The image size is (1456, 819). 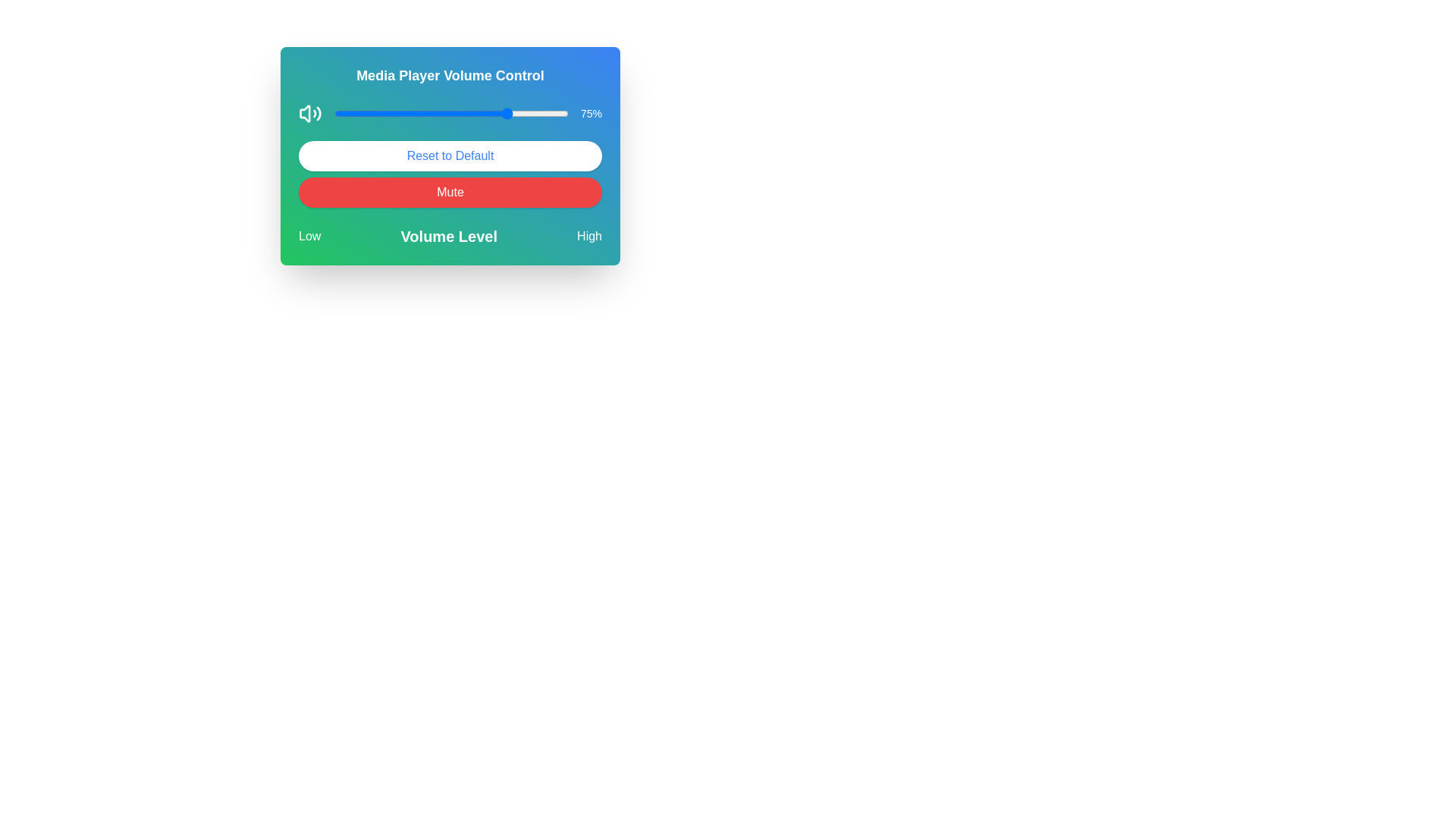 What do you see at coordinates (450, 155) in the screenshot?
I see `the horizontally elongated button with rounded corners labeled 'Reset to Default' to observe its background color change to light blue` at bounding box center [450, 155].